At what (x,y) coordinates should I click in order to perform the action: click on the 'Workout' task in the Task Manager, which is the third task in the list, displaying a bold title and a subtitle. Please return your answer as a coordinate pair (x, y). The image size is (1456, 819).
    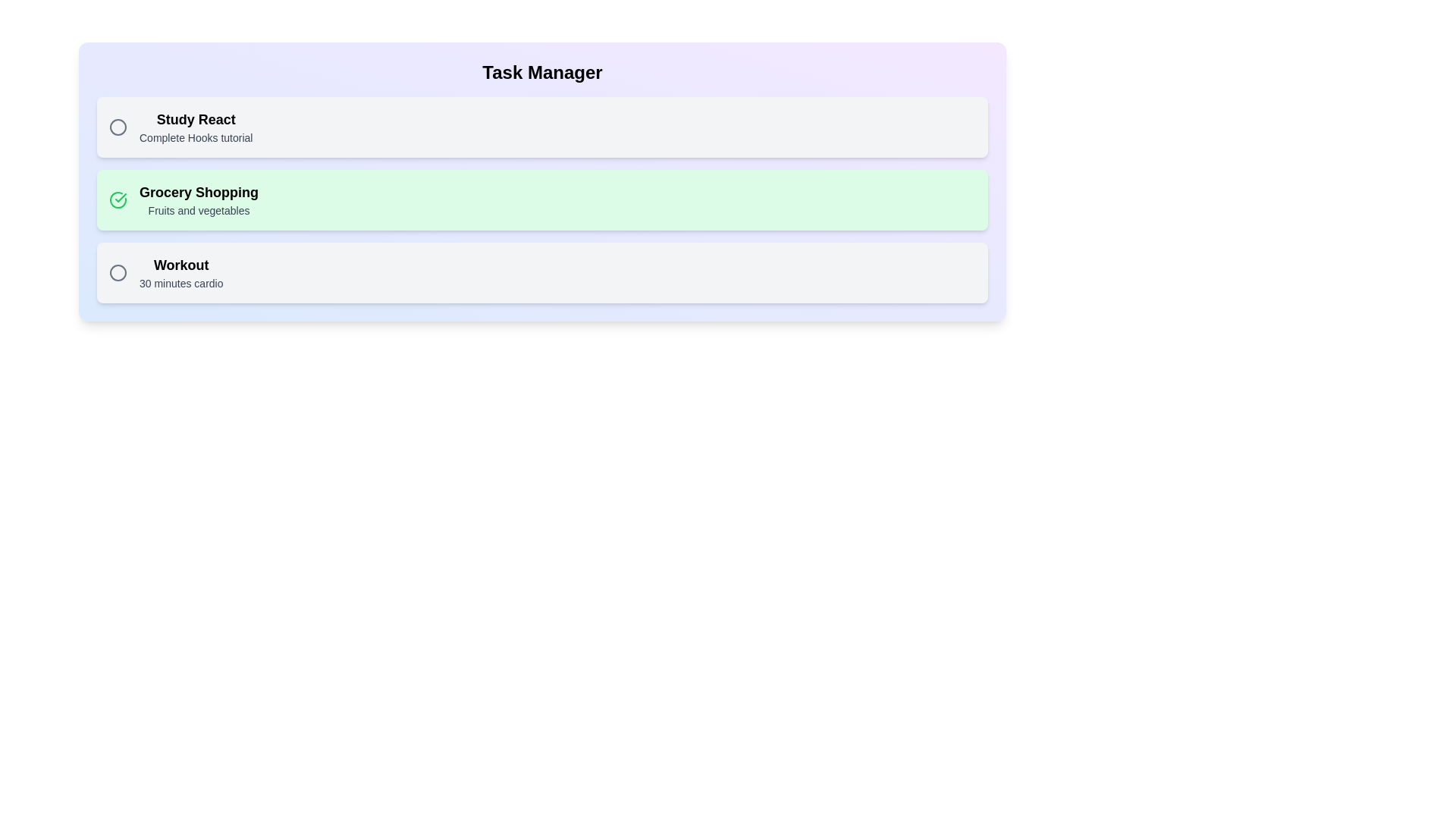
    Looking at the image, I should click on (181, 271).